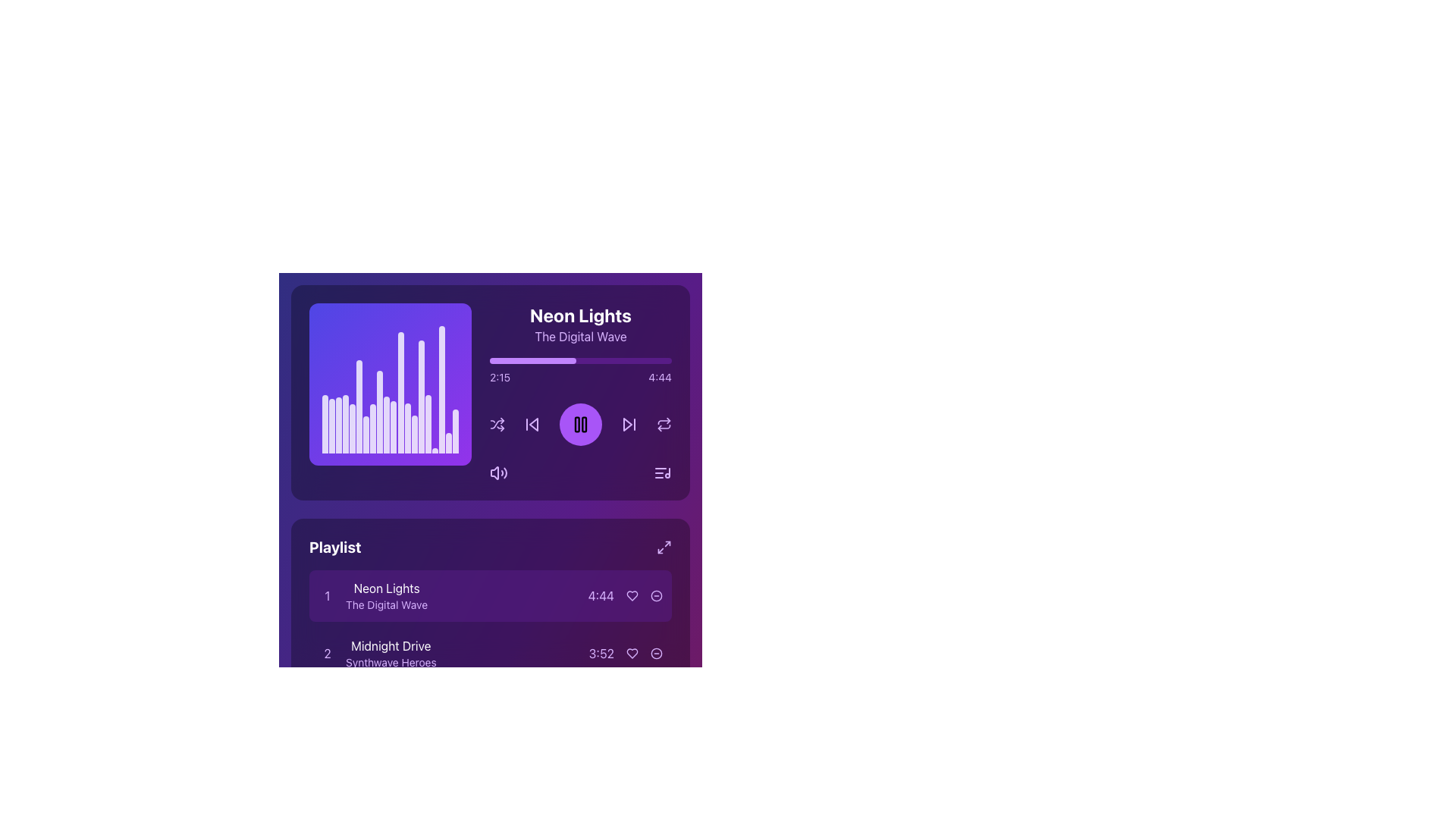 This screenshot has width=1456, height=819. What do you see at coordinates (635, 360) in the screenshot?
I see `the progress` at bounding box center [635, 360].